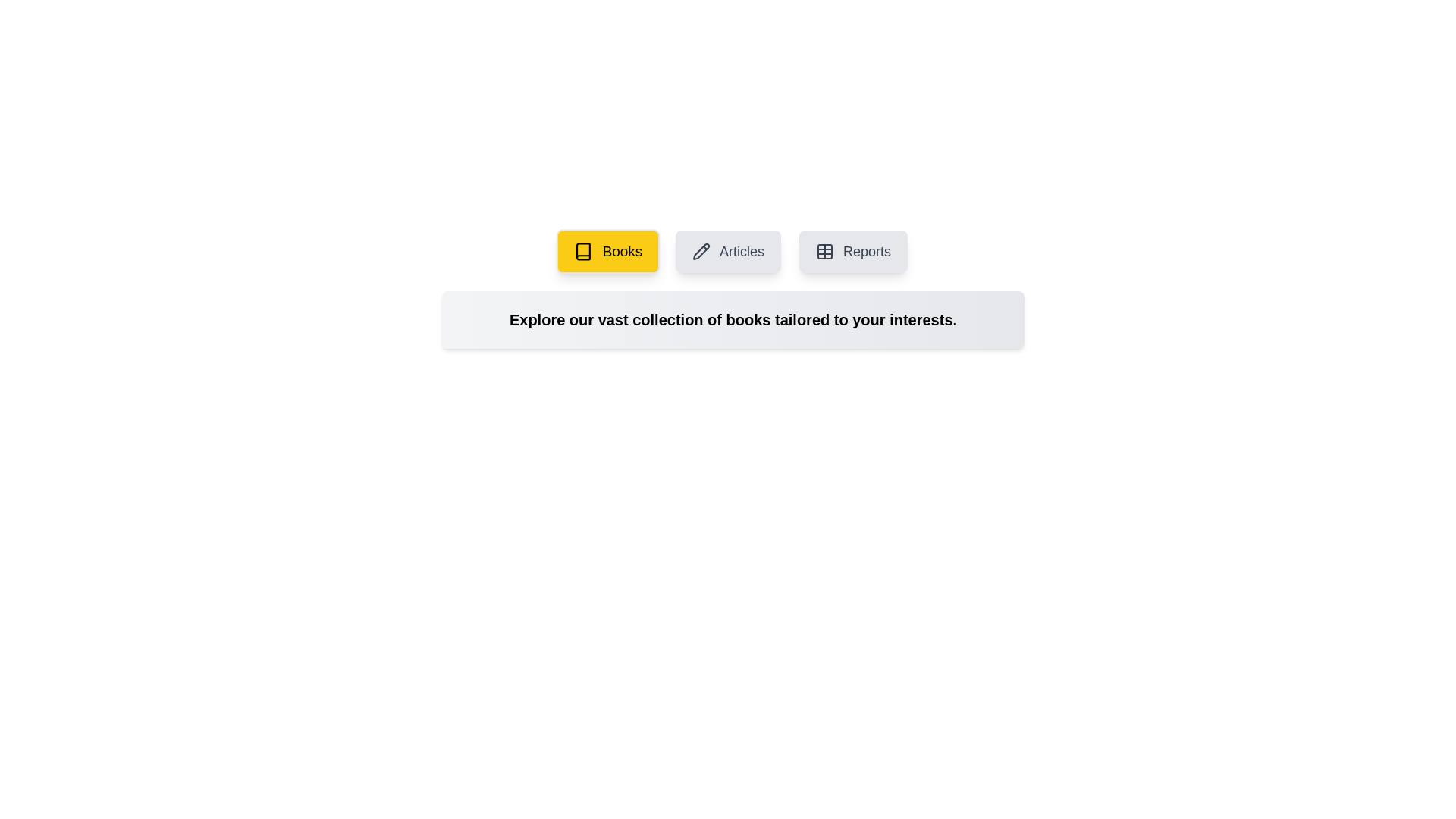 The image size is (1456, 819). What do you see at coordinates (824, 250) in the screenshot?
I see `the decorative SVG icon representing the 'Reports' section within the 'Reports' button, which is the rightmost button in a row of three buttons` at bounding box center [824, 250].